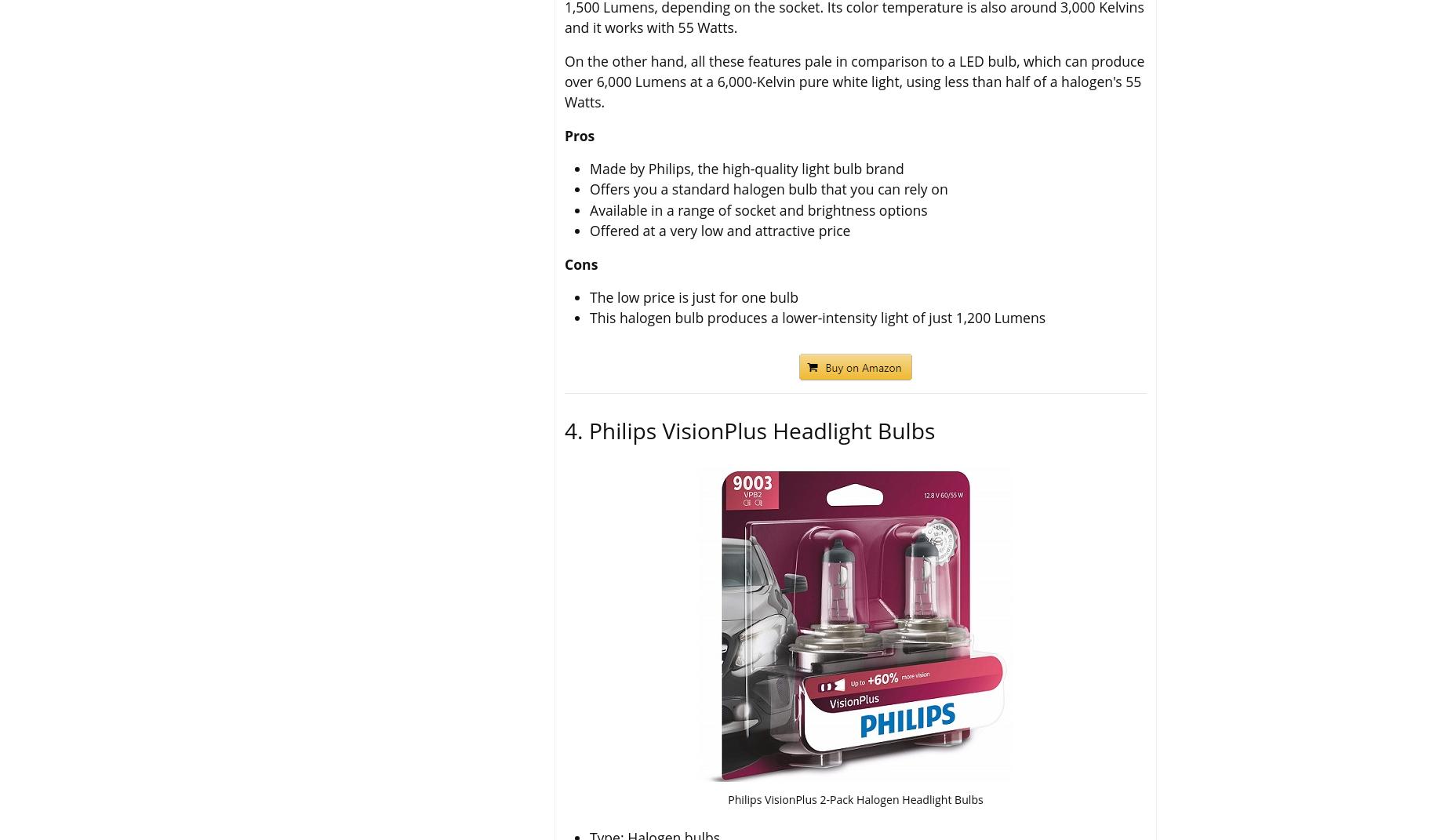  What do you see at coordinates (767, 188) in the screenshot?
I see `'Offers you a standard halogen bulb that you can rely on'` at bounding box center [767, 188].